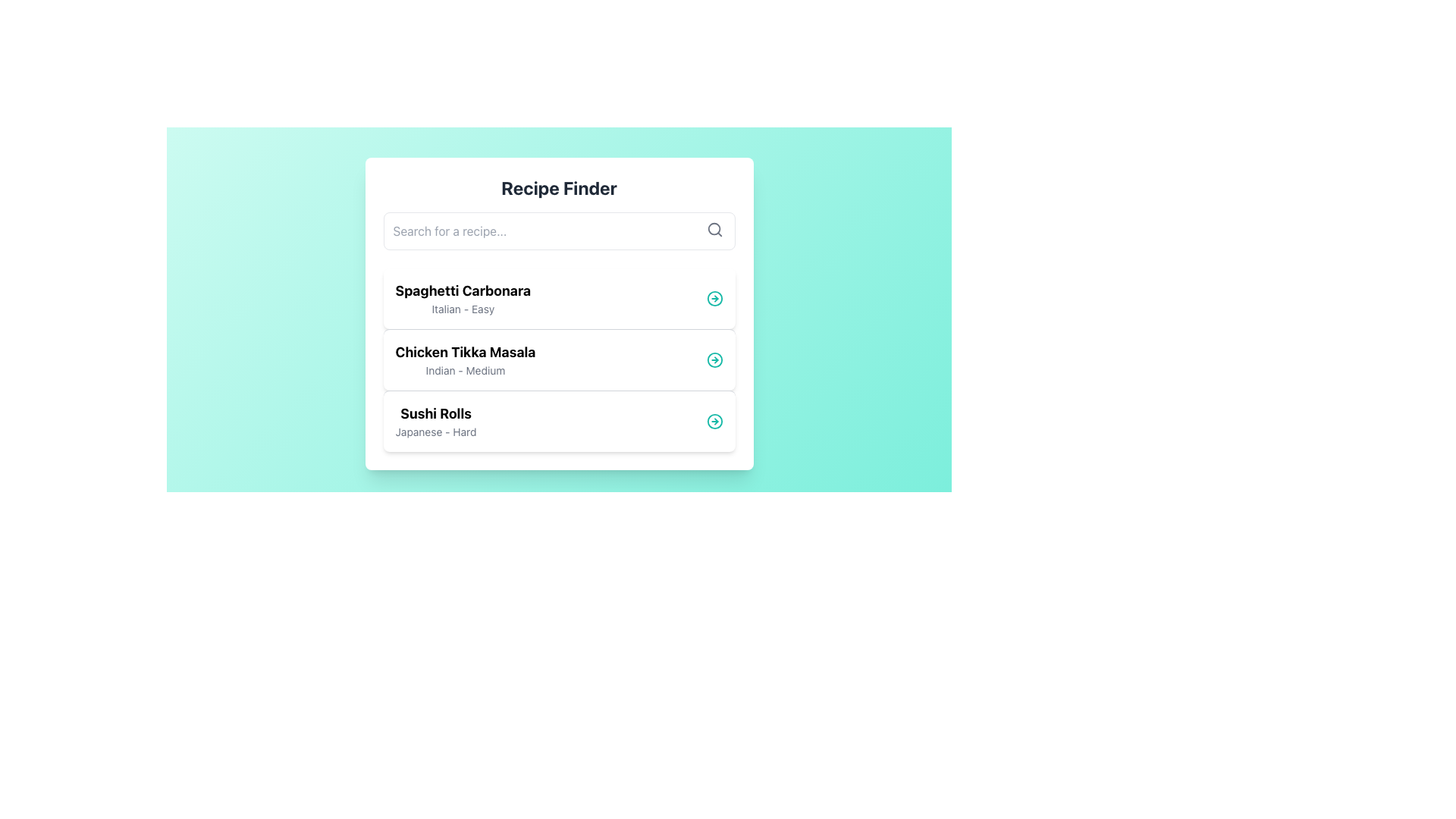  I want to click on the teal circular outline inside the icon for the 'Chicken Tikka Masala' list item, which is the second item in the vertically aligned list, so click(714, 359).